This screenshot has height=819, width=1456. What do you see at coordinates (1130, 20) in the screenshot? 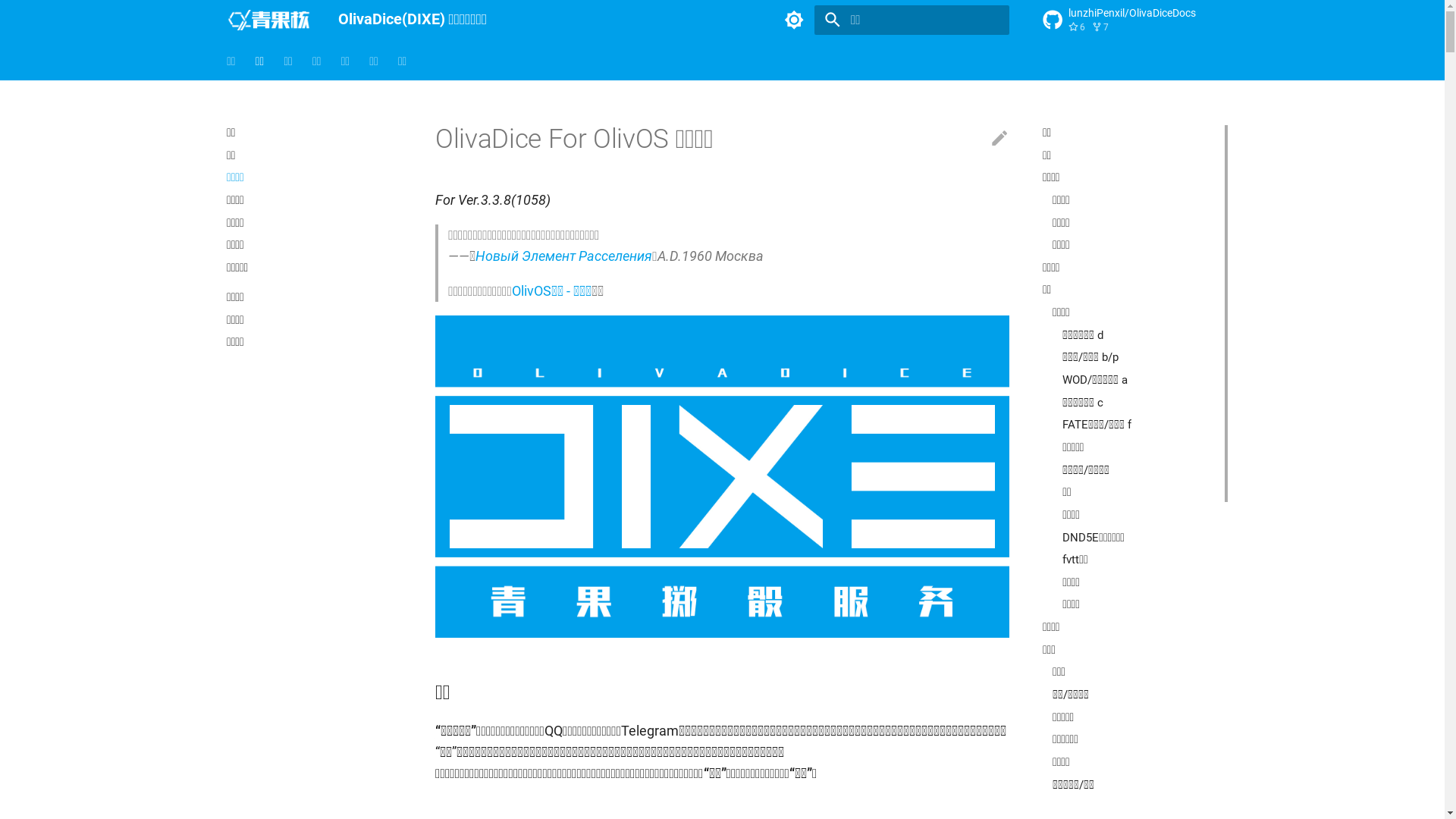
I see `'lunzhiPenxil/OlivaDiceDocs` at bounding box center [1130, 20].